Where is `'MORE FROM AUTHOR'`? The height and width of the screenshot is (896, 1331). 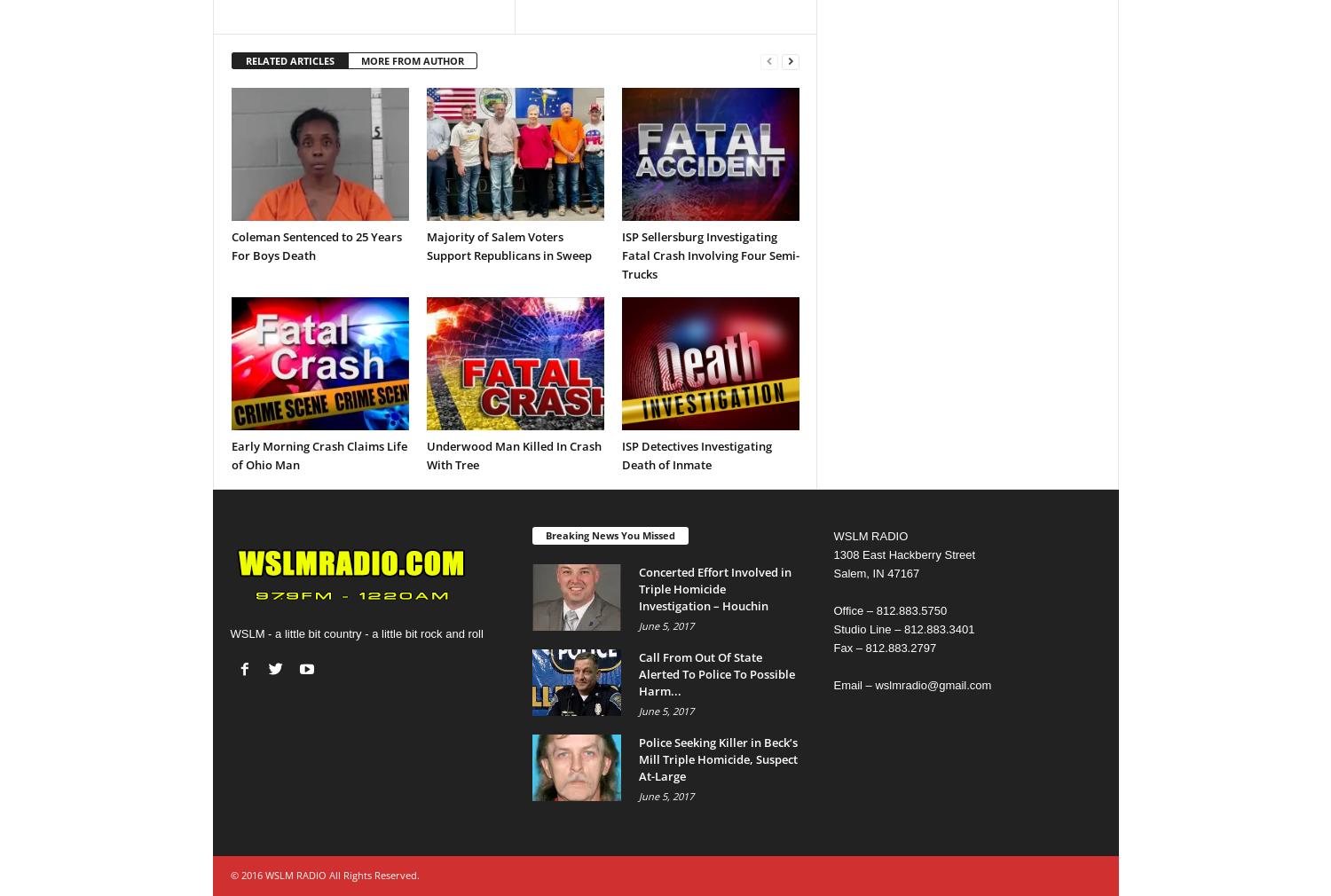 'MORE FROM AUTHOR' is located at coordinates (410, 59).